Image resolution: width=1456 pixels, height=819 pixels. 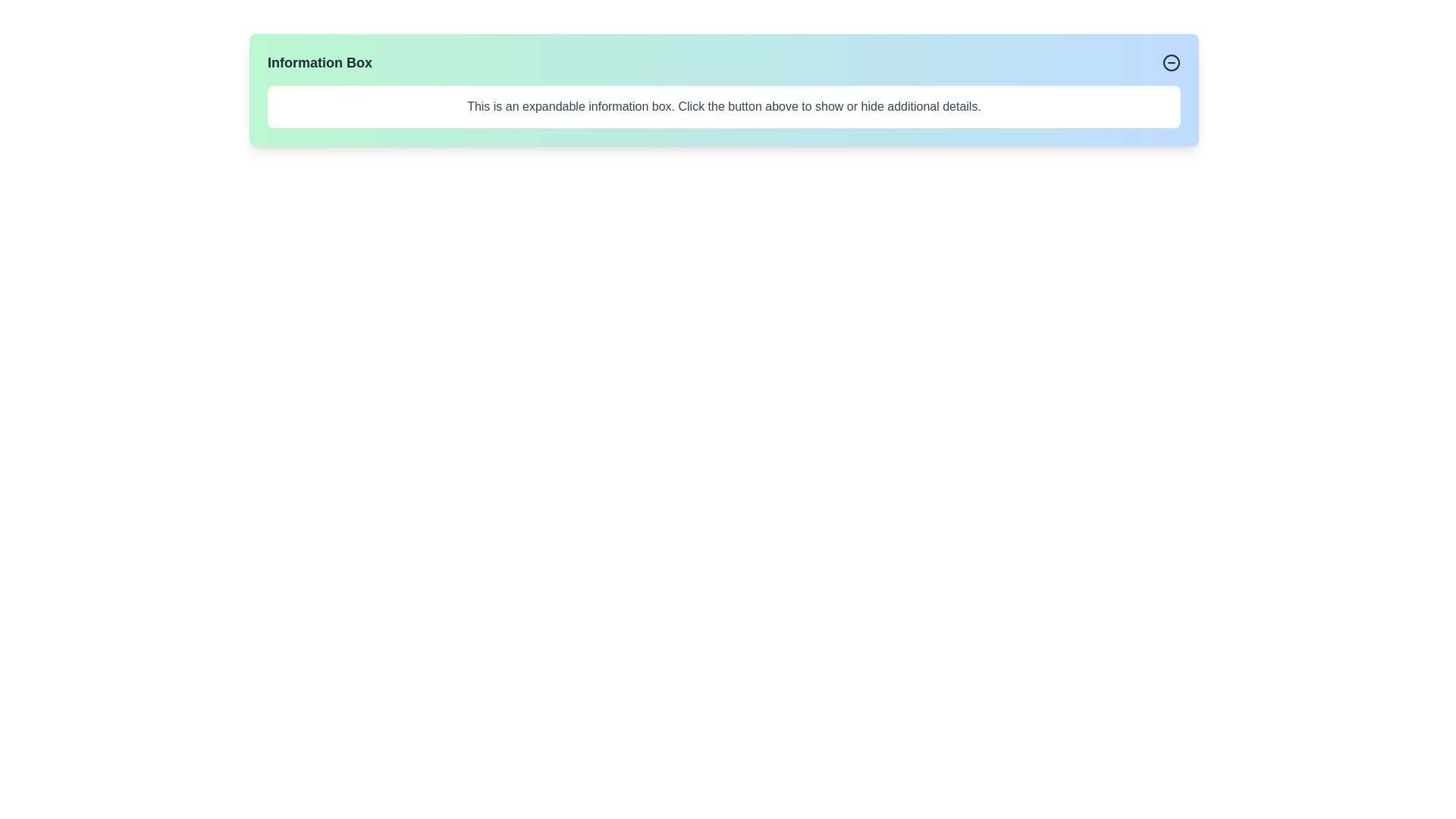 What do you see at coordinates (1171, 62) in the screenshot?
I see `the circular minus icon located at the far right of the 'Information Box'` at bounding box center [1171, 62].